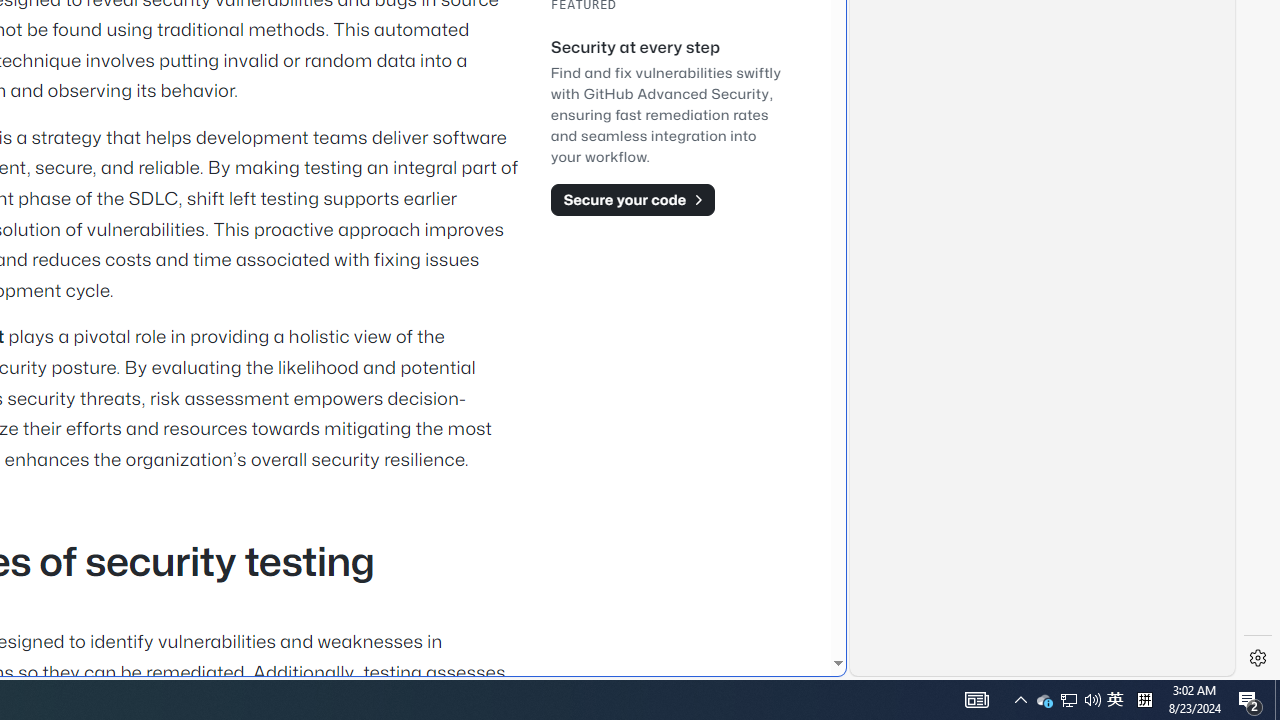 The image size is (1280, 720). I want to click on 'Secure your code', so click(631, 199).